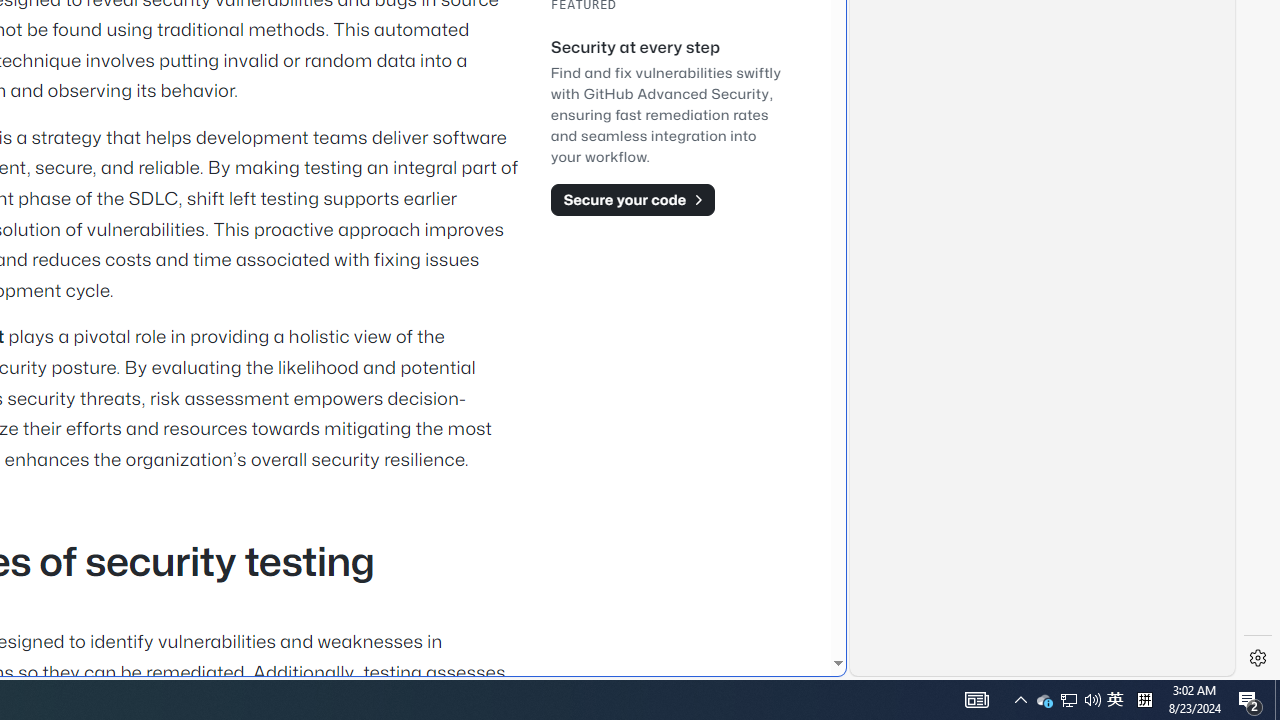 The image size is (1280, 720). I want to click on 'Secure your code', so click(631, 199).